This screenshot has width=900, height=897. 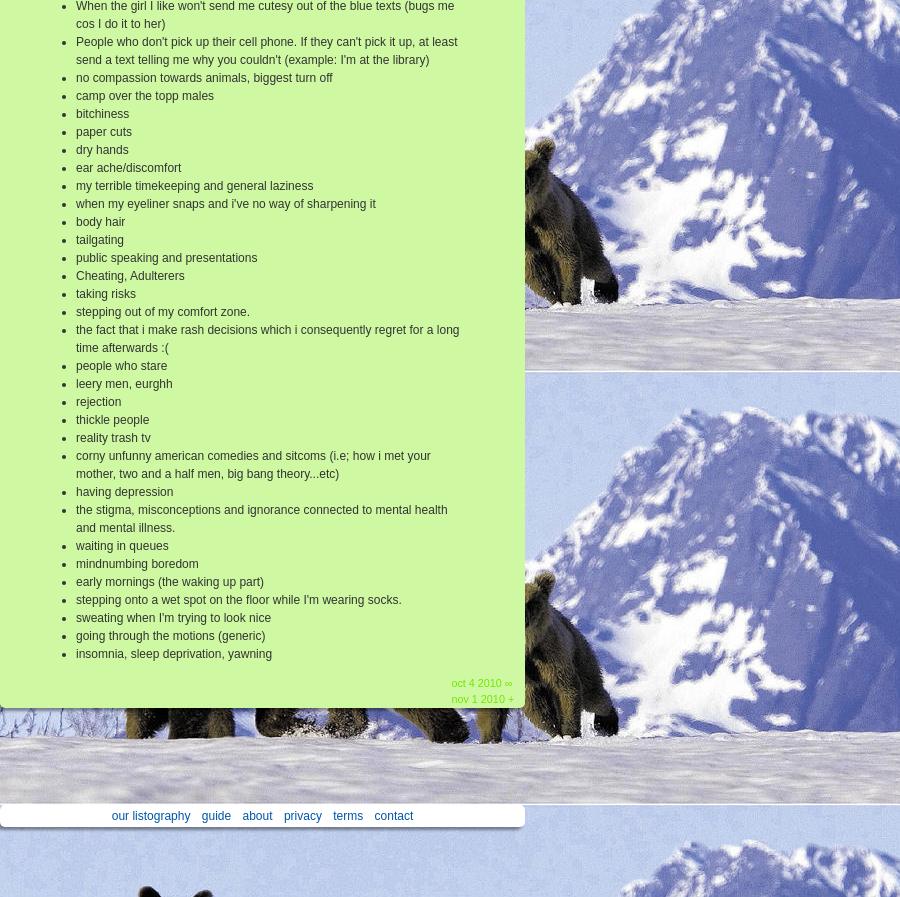 I want to click on 'the fact that i make rash decisions which i consequently regret for a long time afterwards :(', so click(x=74, y=337).